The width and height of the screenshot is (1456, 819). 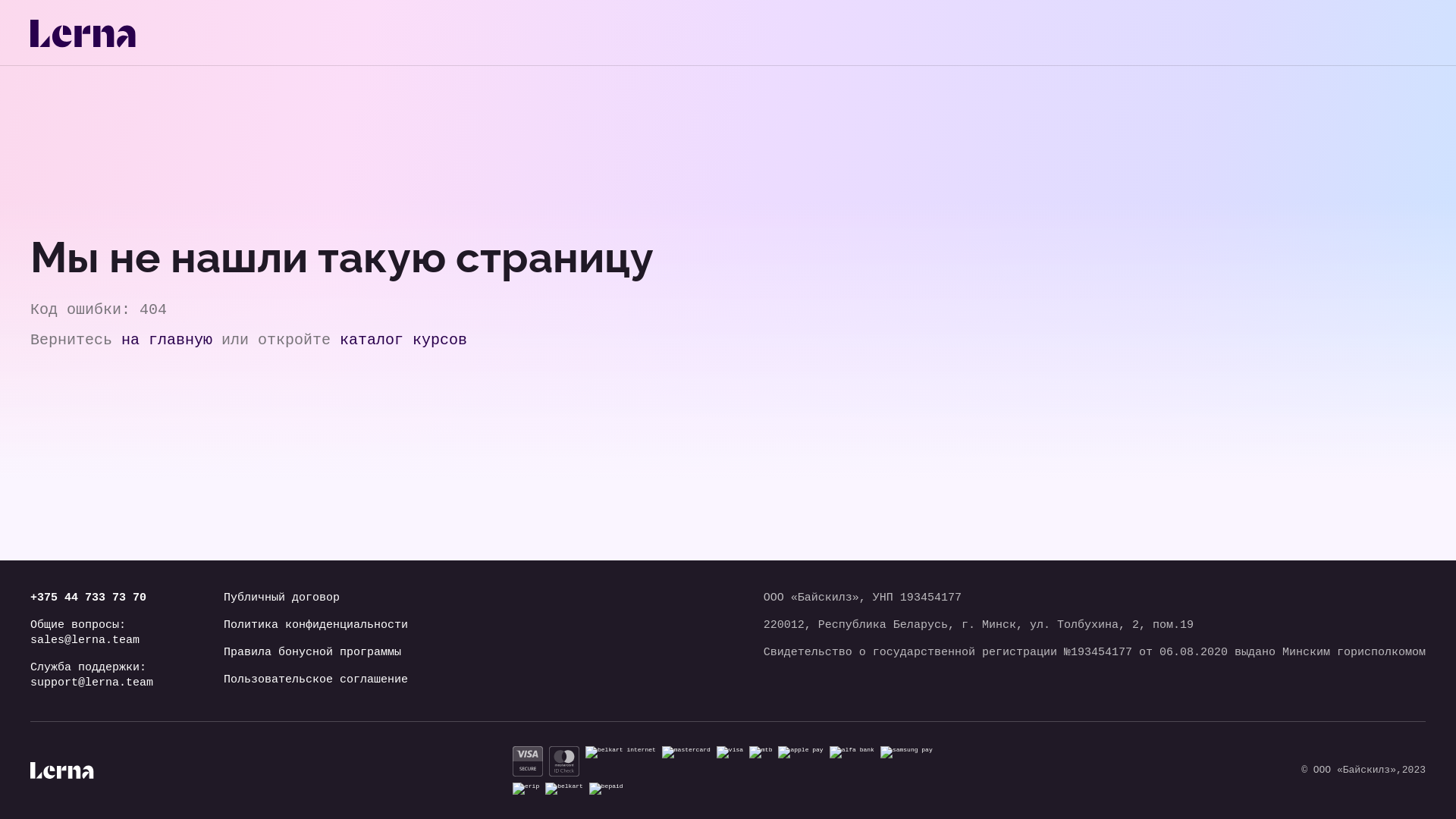 What do you see at coordinates (90, 598) in the screenshot?
I see `'+375 44 733 73 70'` at bounding box center [90, 598].